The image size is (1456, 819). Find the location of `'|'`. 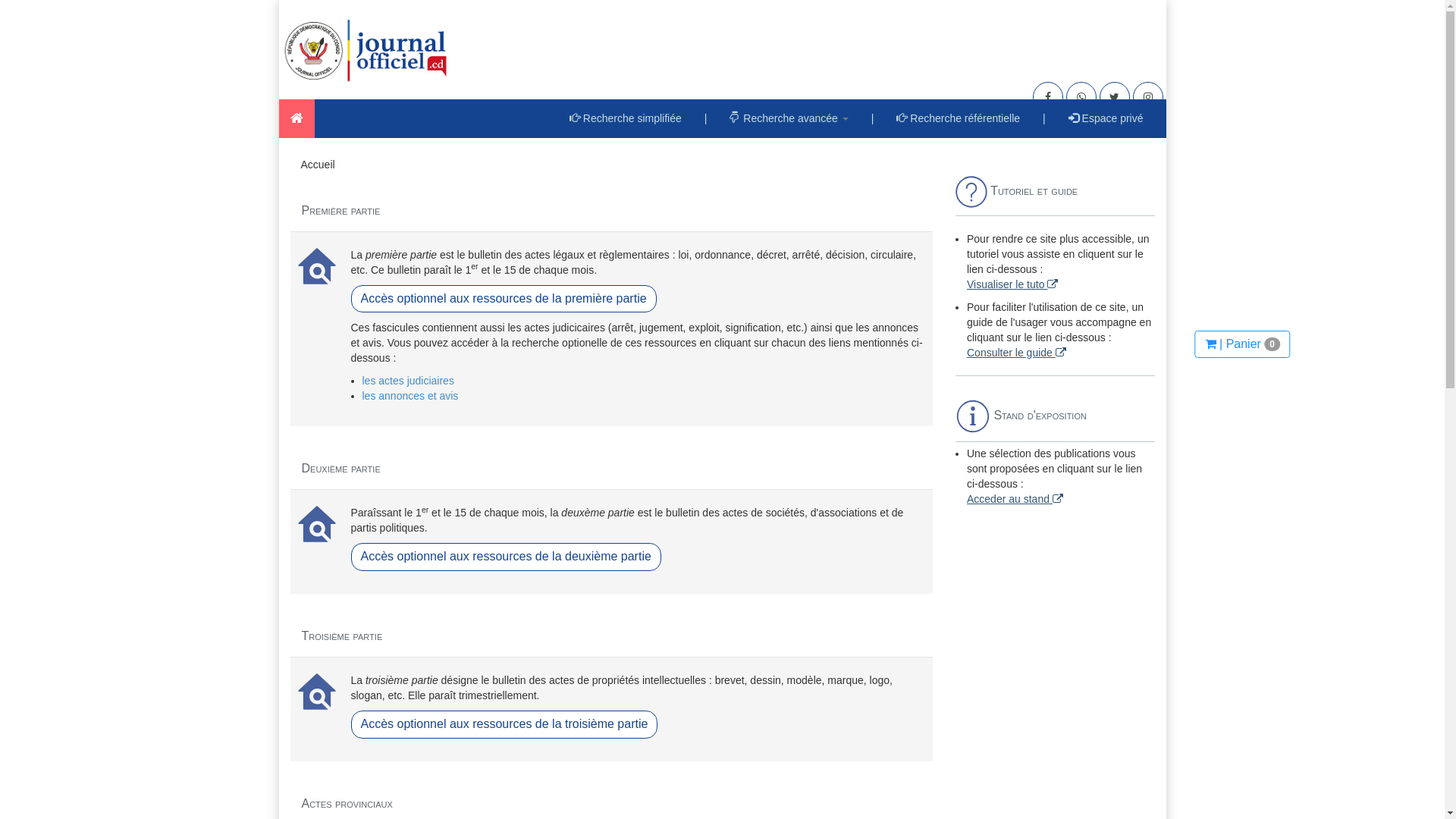

'|' is located at coordinates (873, 117).